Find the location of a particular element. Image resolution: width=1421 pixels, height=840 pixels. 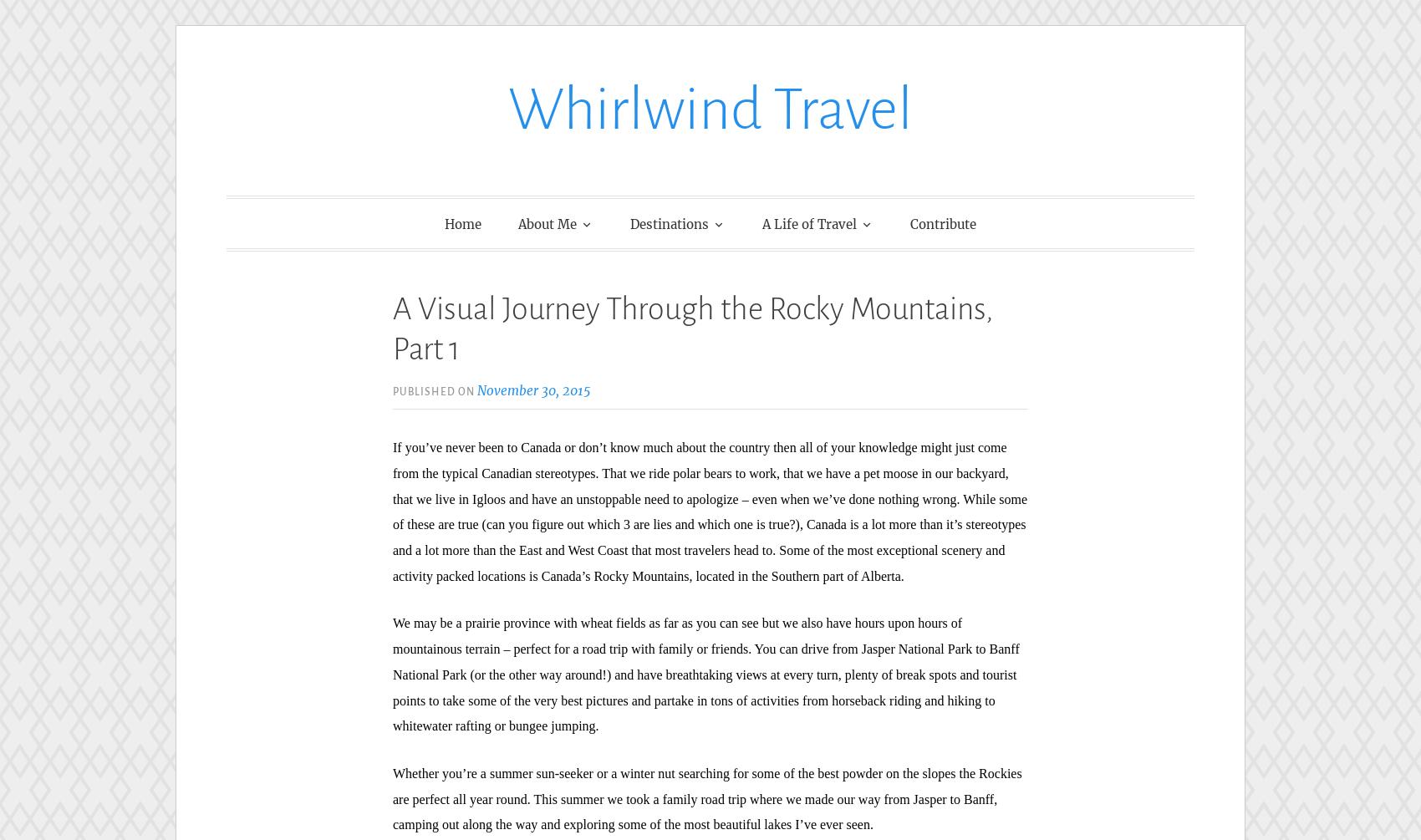

'A Life of Travel' is located at coordinates (808, 222).